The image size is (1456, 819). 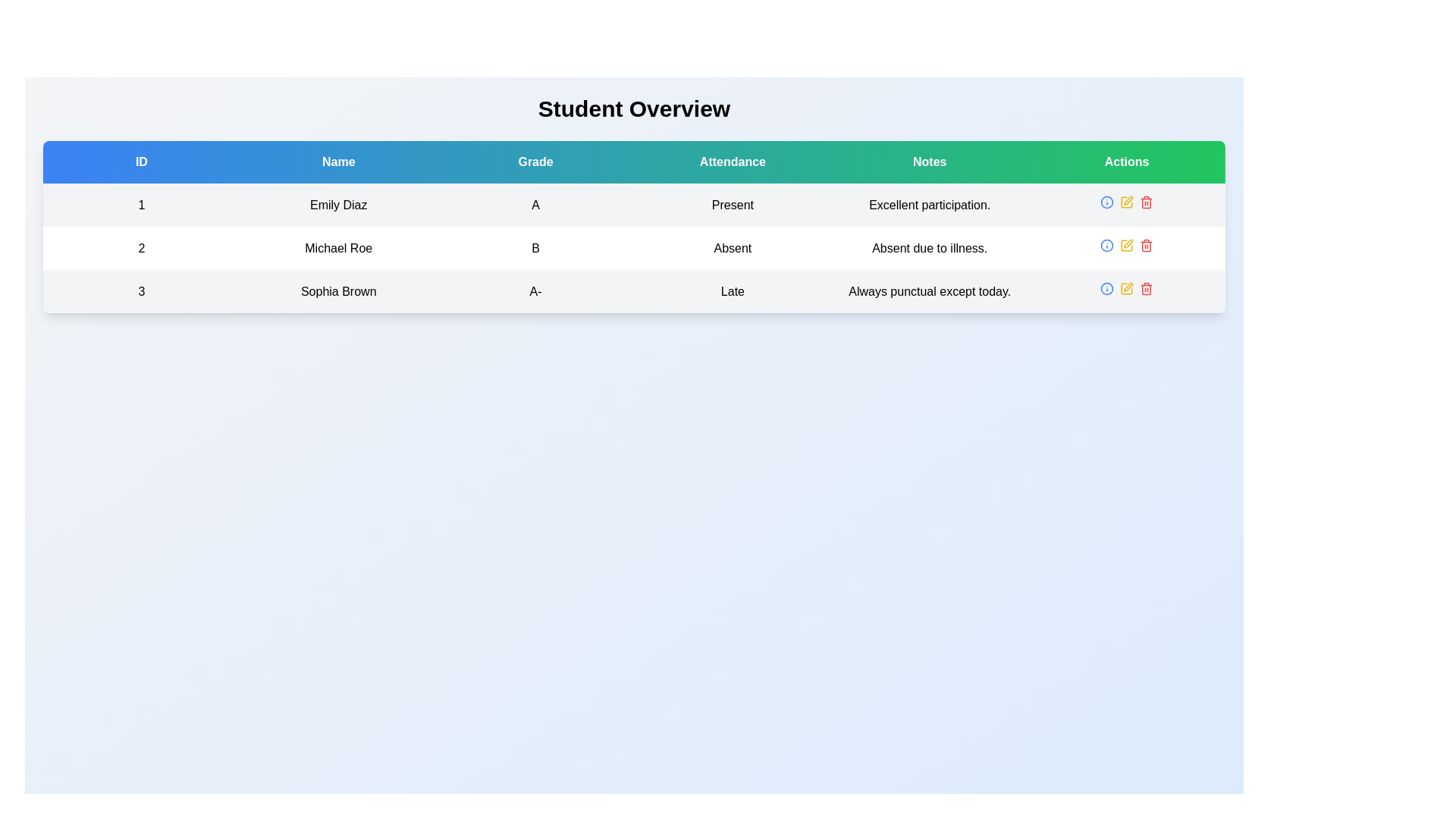 What do you see at coordinates (1147, 290) in the screenshot?
I see `the trash can icon in the Actions column of the table row for the student 'Sophia Brown'` at bounding box center [1147, 290].